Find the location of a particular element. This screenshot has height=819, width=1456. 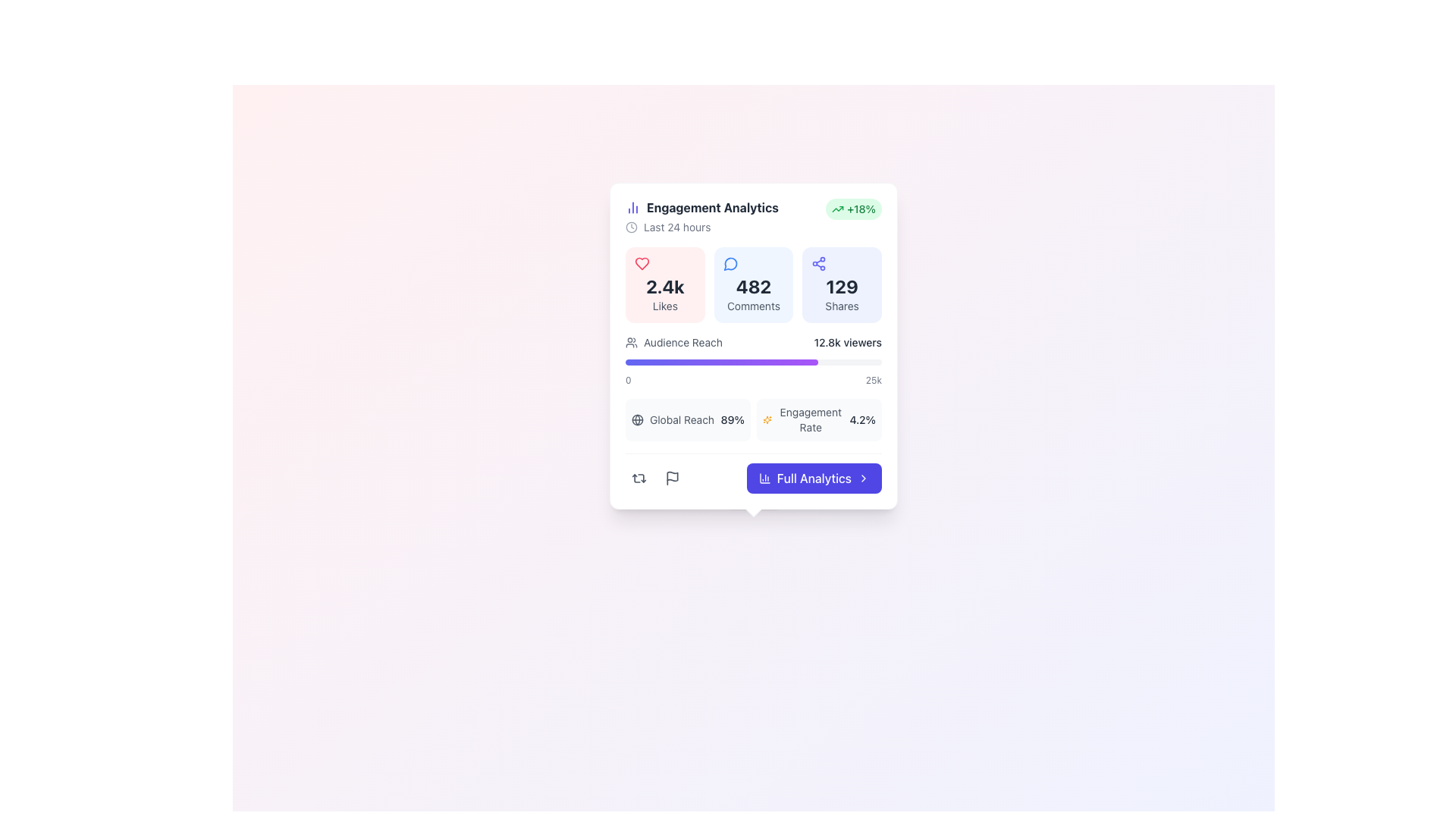

the text label displaying '2.4k' in a large, bold font, located in the upper-left area of a white card-like interface, within a pink-highlighted box, below a heart icon and above the text 'Likes' is located at coordinates (665, 287).